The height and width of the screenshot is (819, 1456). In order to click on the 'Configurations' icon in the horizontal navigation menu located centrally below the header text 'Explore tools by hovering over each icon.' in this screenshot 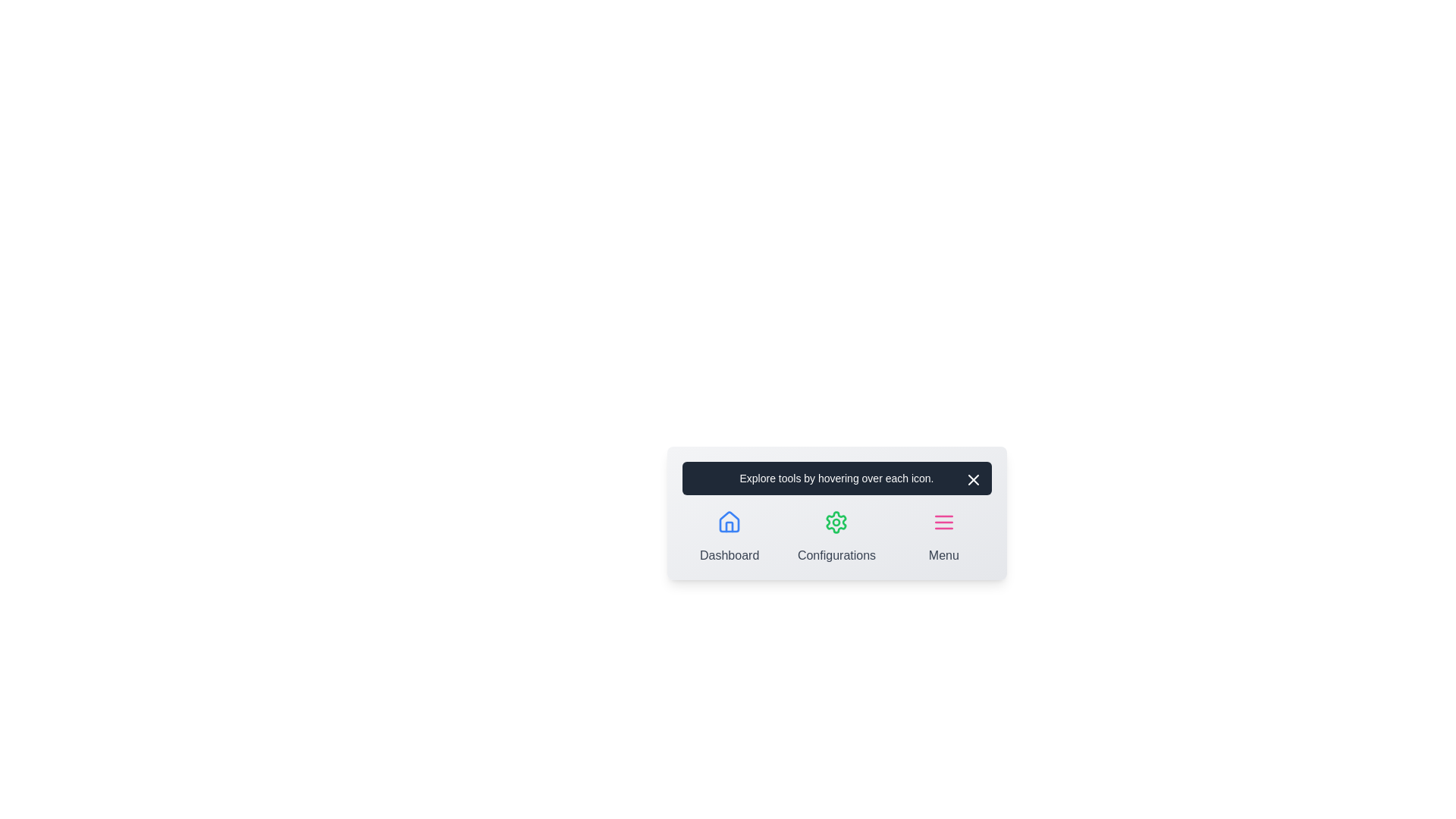, I will do `click(836, 534)`.